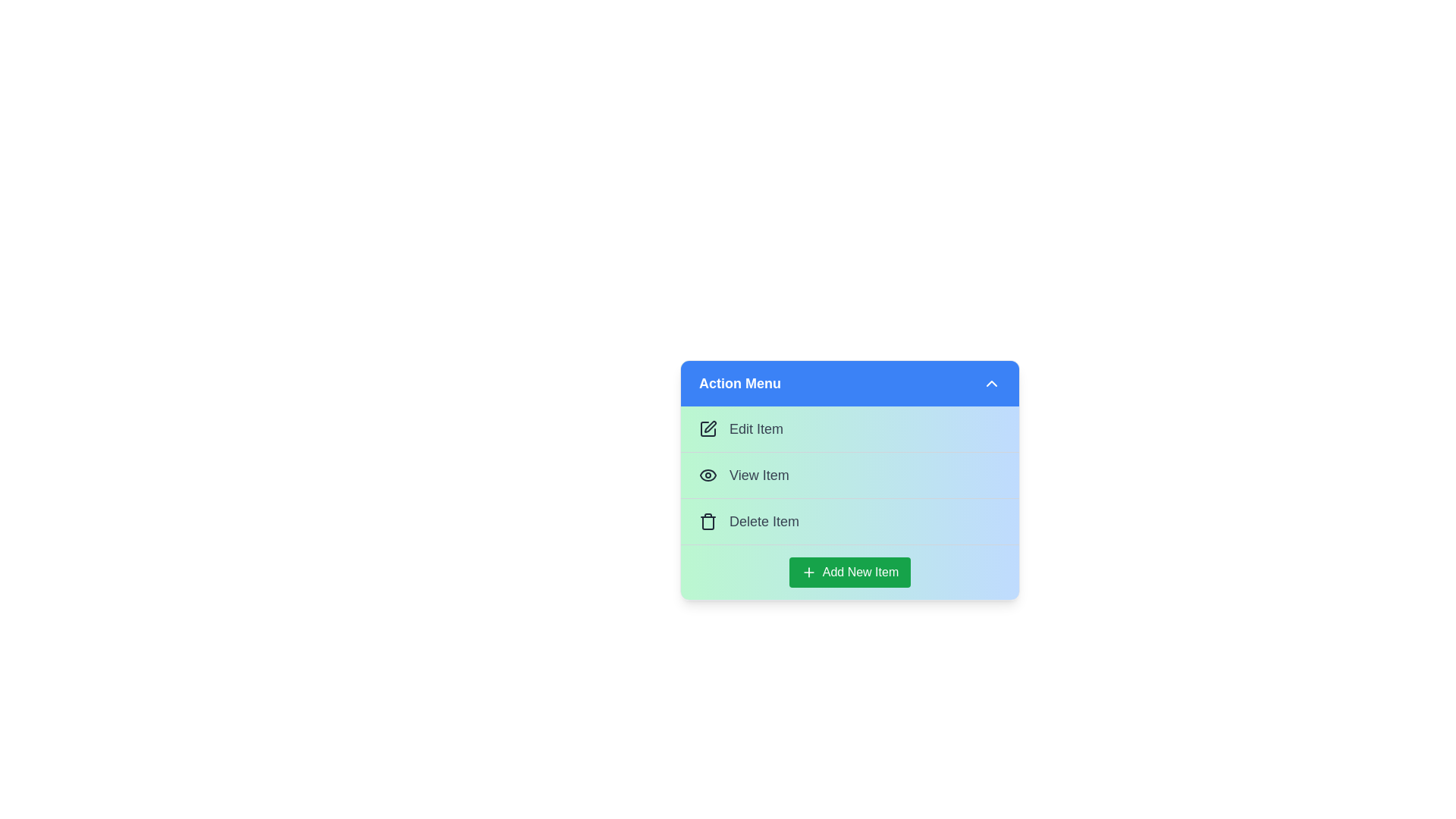 This screenshot has height=819, width=1456. Describe the element at coordinates (992, 382) in the screenshot. I see `toggle button in the header to toggle the menu visibility` at that location.